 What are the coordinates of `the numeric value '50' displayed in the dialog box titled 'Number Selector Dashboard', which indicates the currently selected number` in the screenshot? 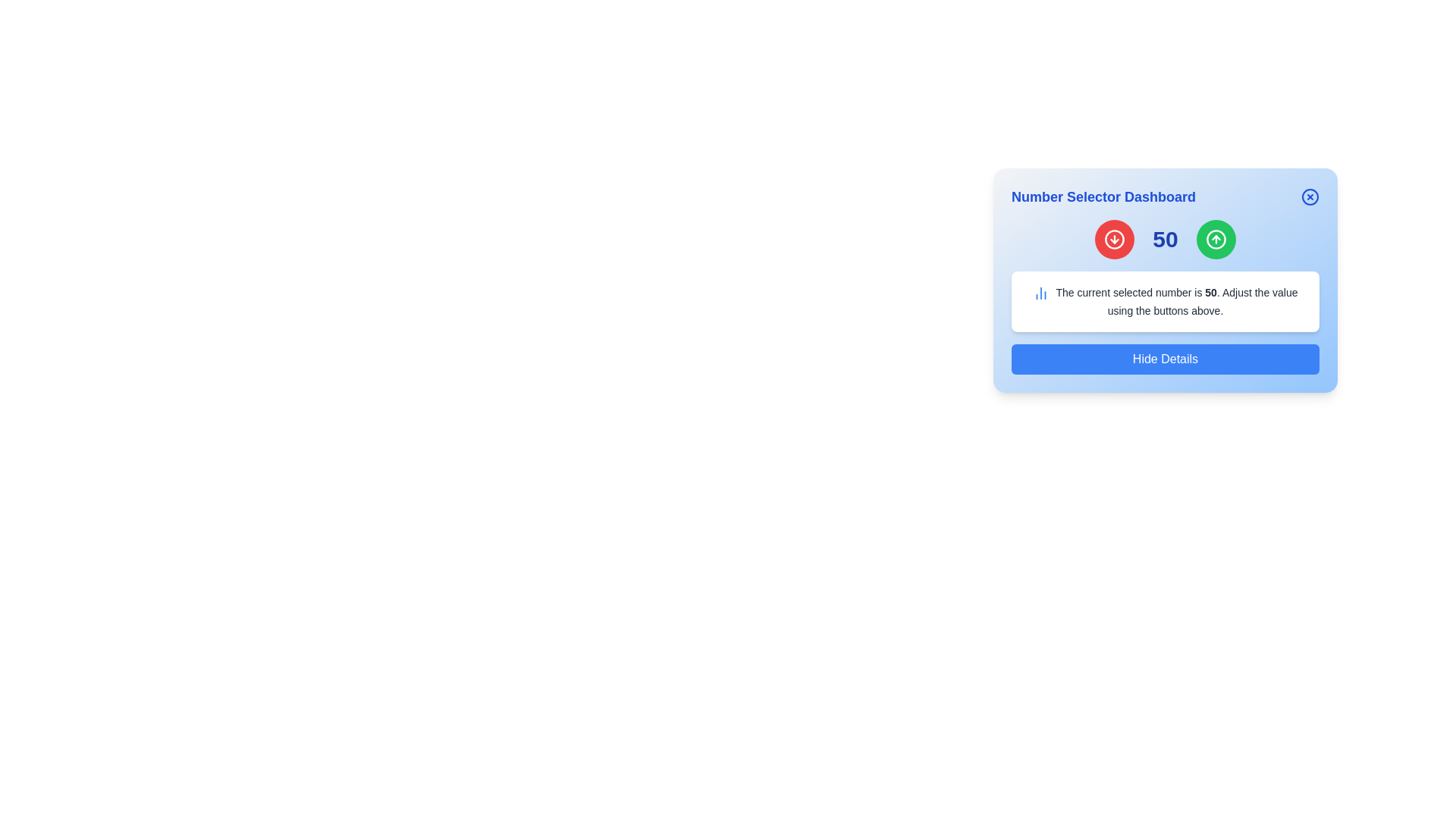 It's located at (1210, 292).